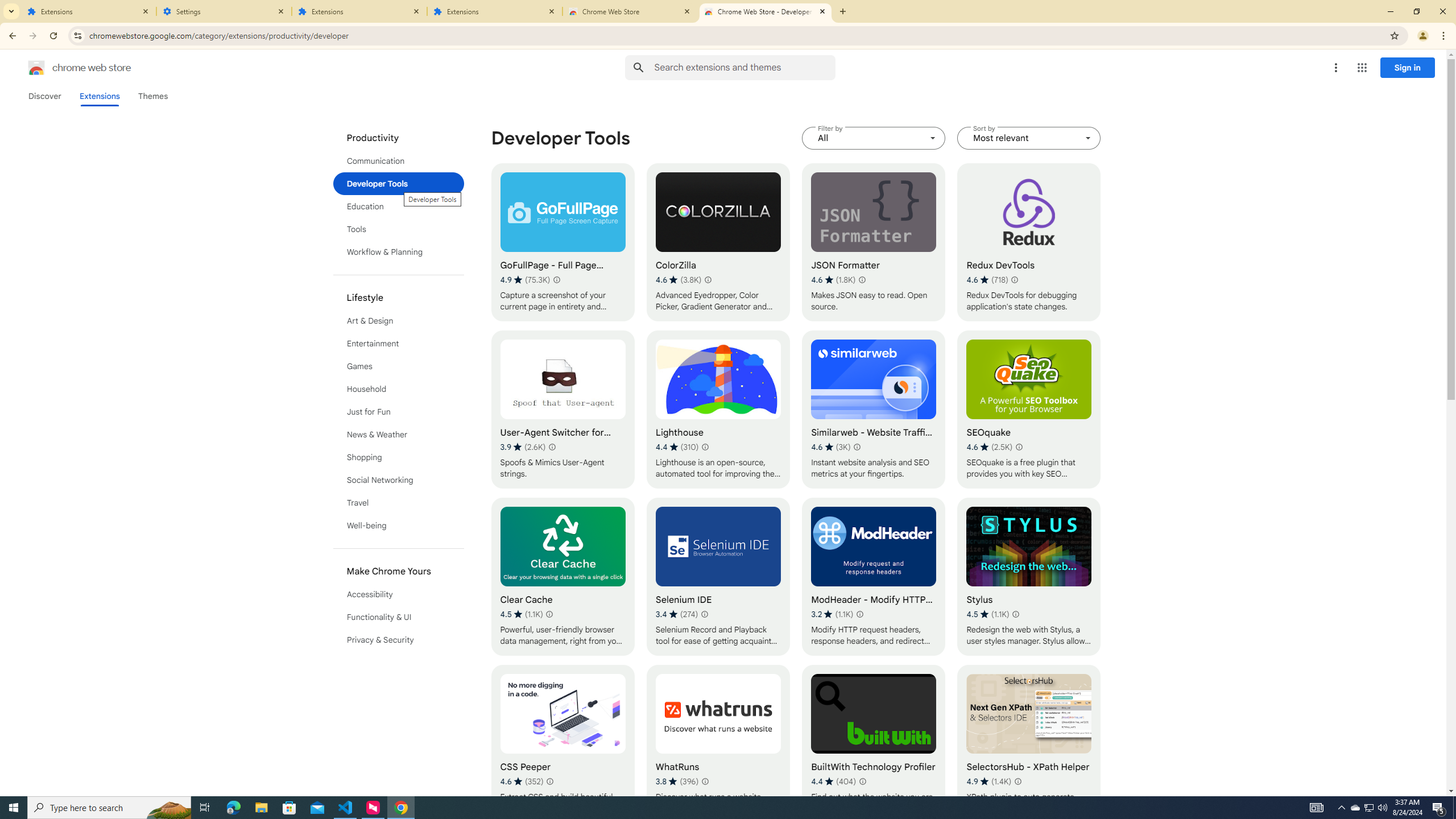  Describe the element at coordinates (990, 446) in the screenshot. I see `'Average rating 4.6 out of 5 stars. 2.5K ratings.'` at that location.